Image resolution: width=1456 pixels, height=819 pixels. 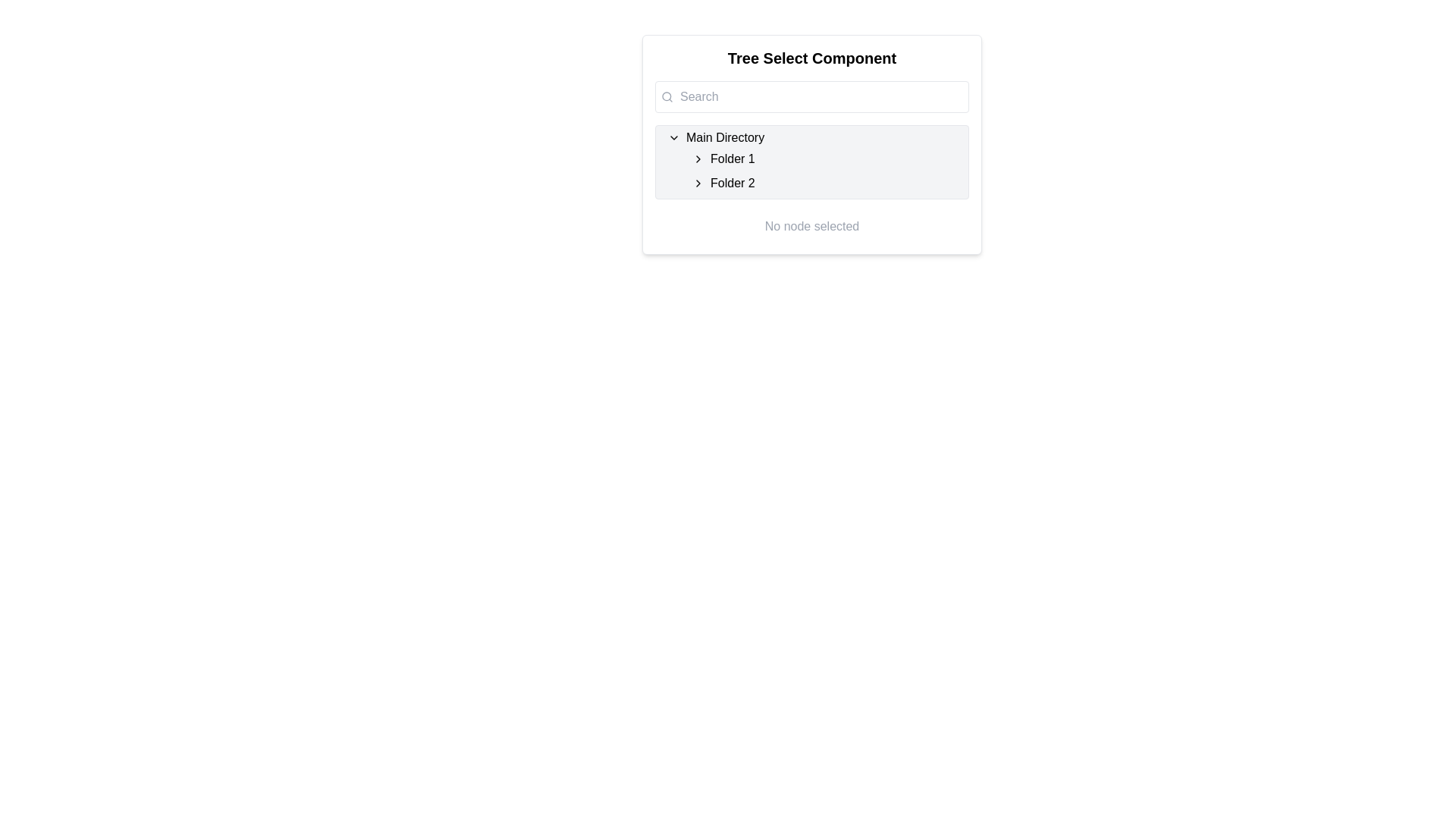 I want to click on the selectable list item labeled 'Folder 2', which is the second folder entry under 'Folder 1', so click(x=817, y=183).